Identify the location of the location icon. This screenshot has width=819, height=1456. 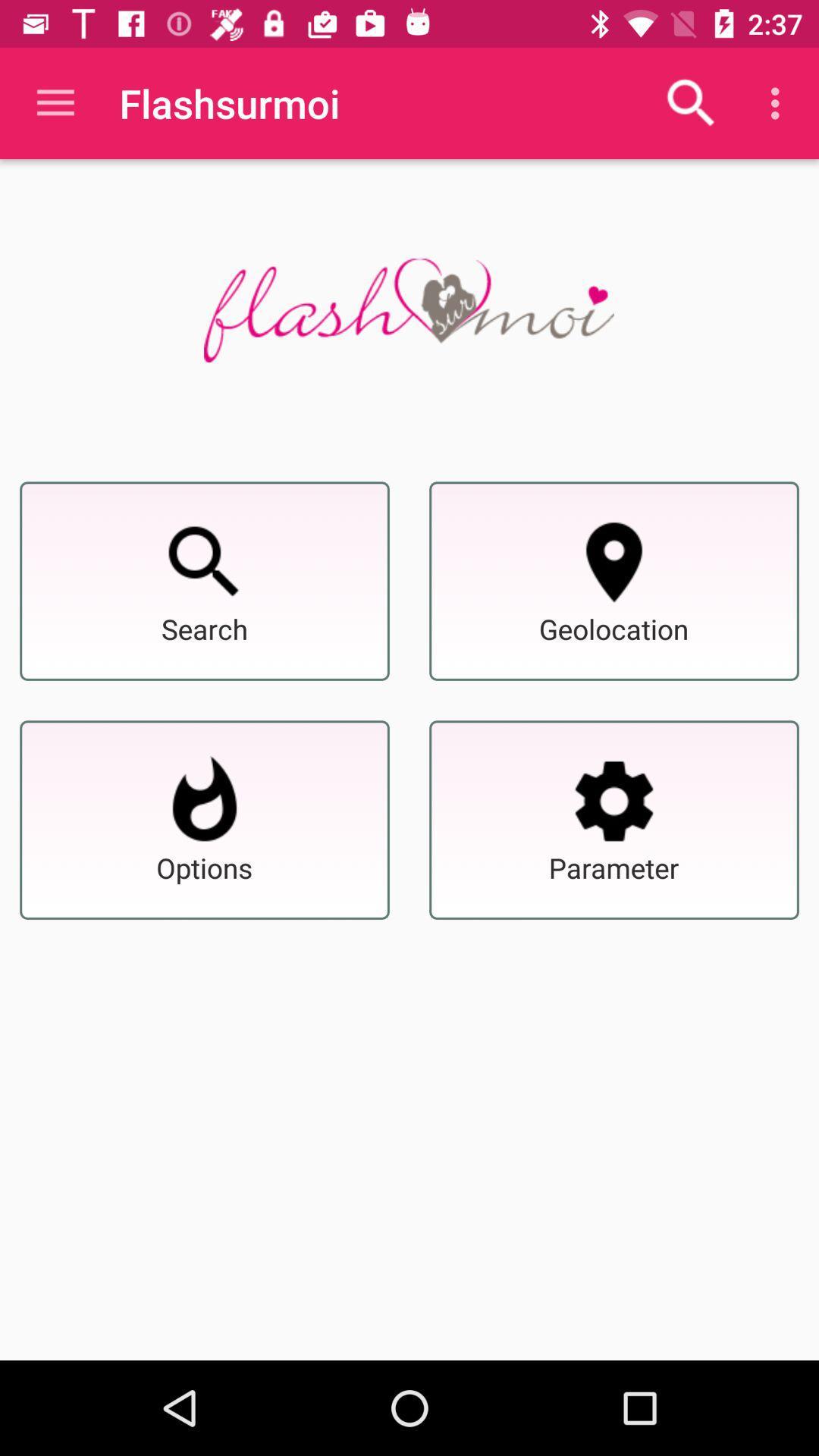
(614, 561).